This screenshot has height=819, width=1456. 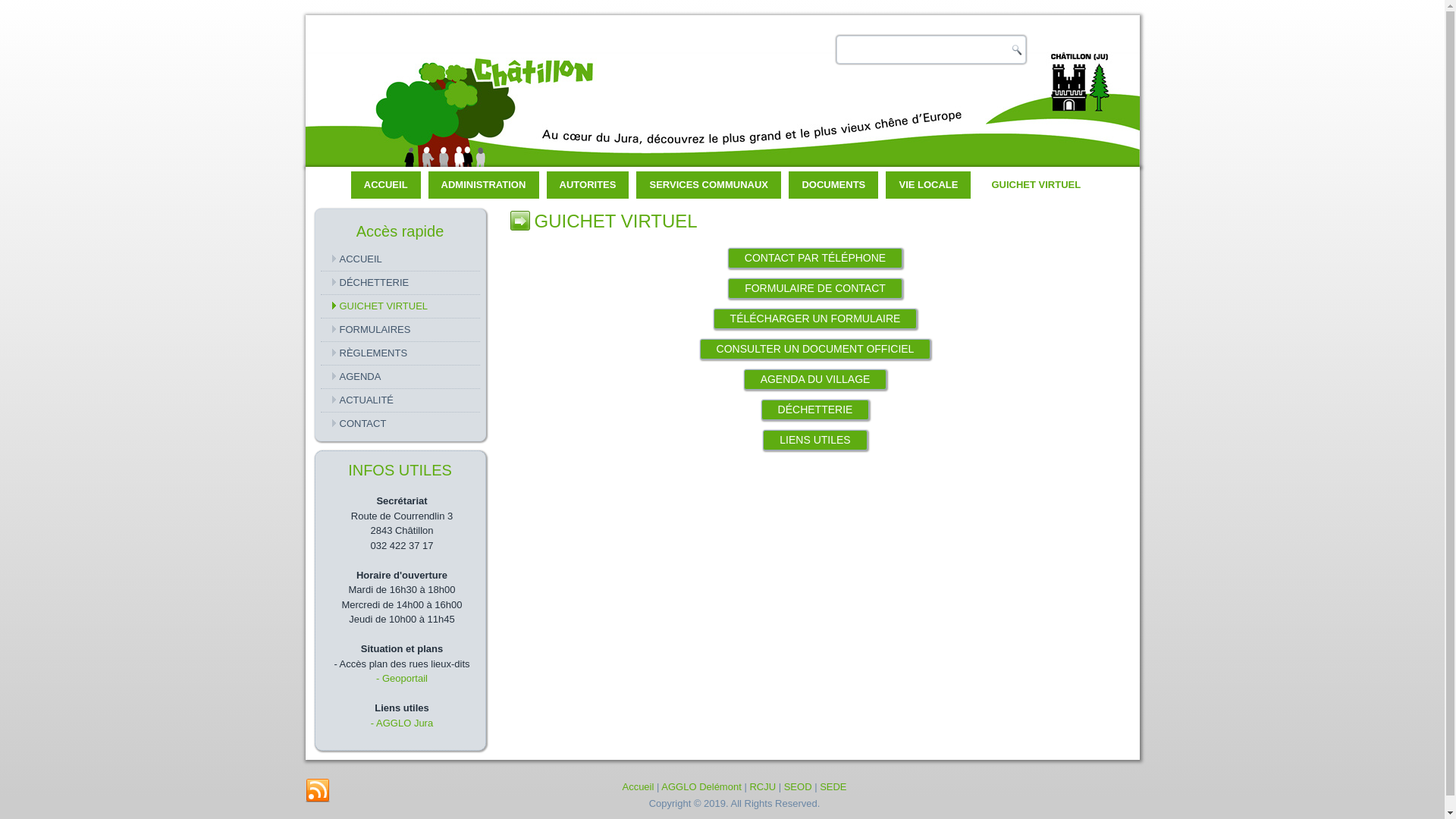 I want to click on 'GUICHET VIRTUEL', so click(x=1035, y=184).